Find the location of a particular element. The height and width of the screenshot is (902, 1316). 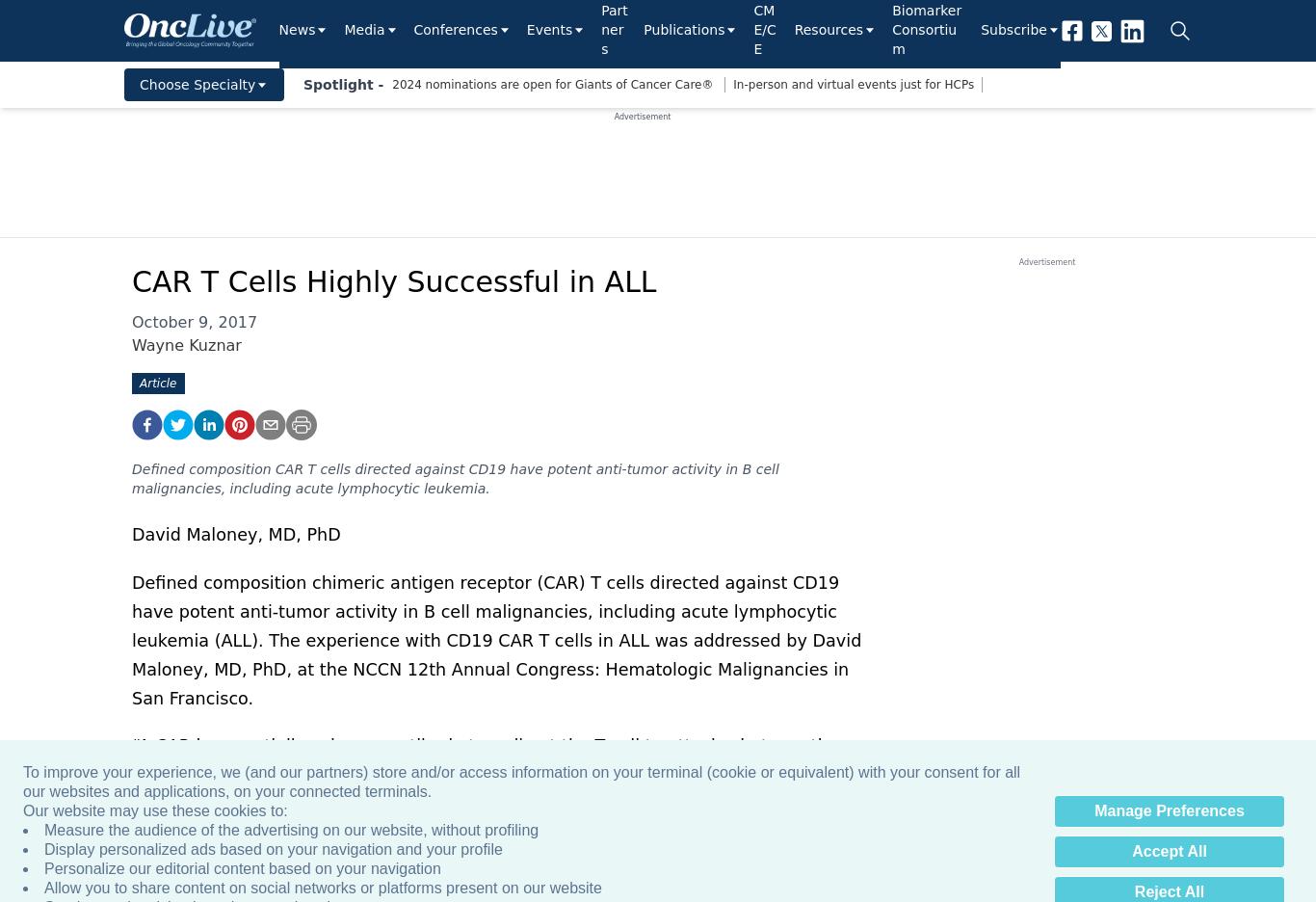

'In-person and virtual events just for HCPs' is located at coordinates (732, 83).